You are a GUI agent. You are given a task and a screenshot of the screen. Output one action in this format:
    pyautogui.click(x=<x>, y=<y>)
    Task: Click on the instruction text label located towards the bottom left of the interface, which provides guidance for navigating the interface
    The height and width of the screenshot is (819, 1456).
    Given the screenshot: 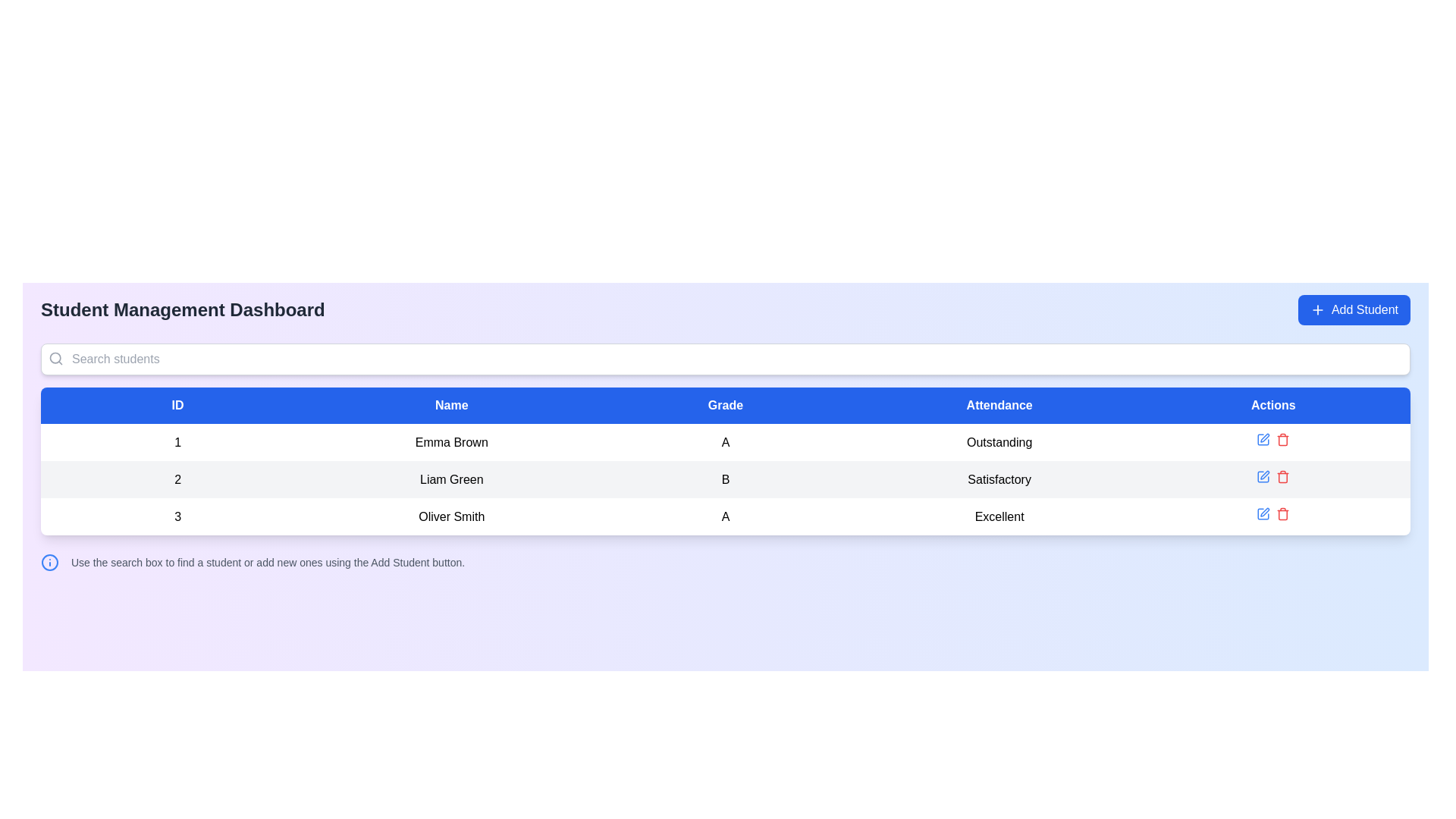 What is the action you would take?
    pyautogui.click(x=268, y=562)
    